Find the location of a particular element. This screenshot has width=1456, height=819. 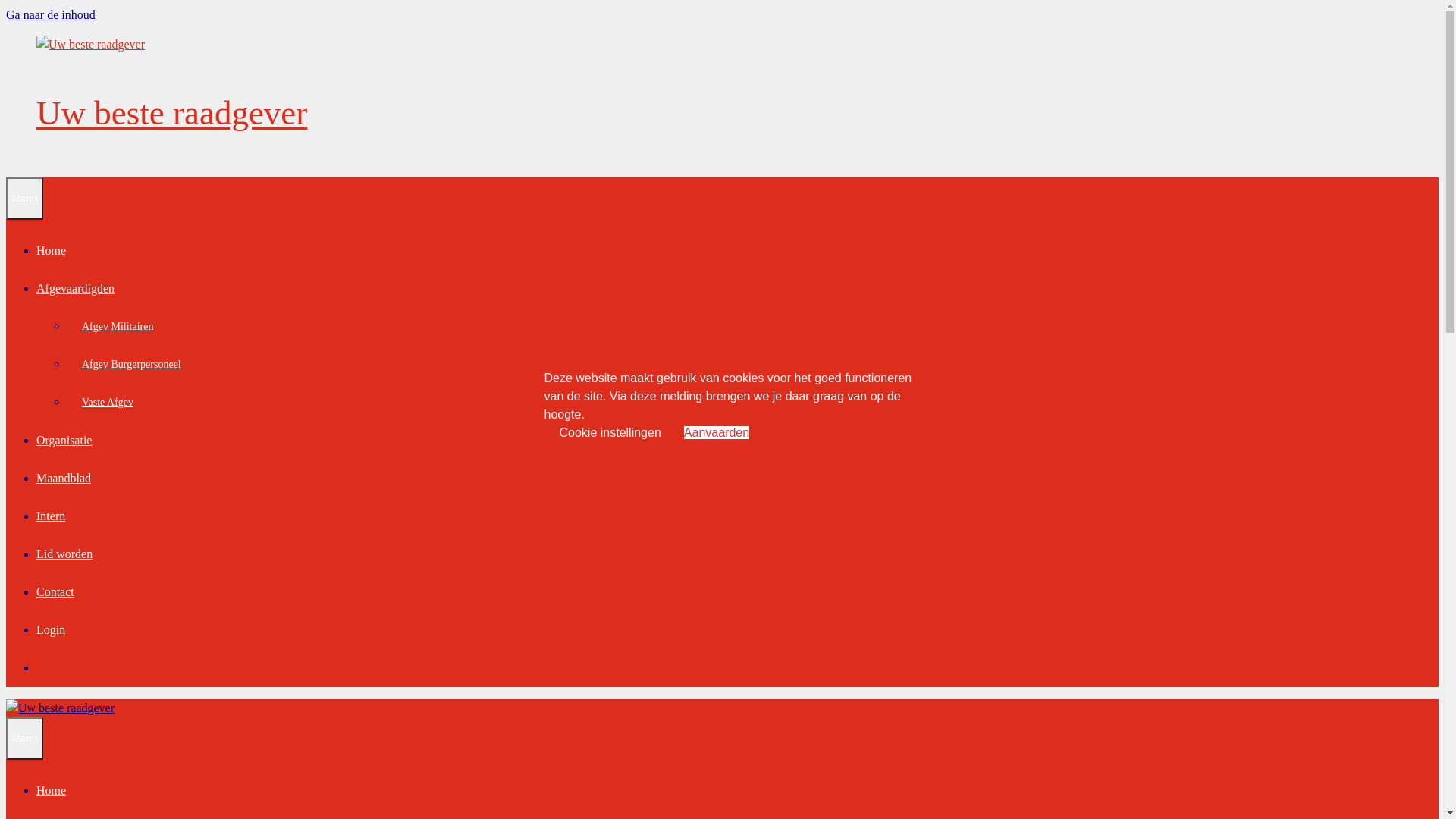

'Menu' is located at coordinates (24, 198).